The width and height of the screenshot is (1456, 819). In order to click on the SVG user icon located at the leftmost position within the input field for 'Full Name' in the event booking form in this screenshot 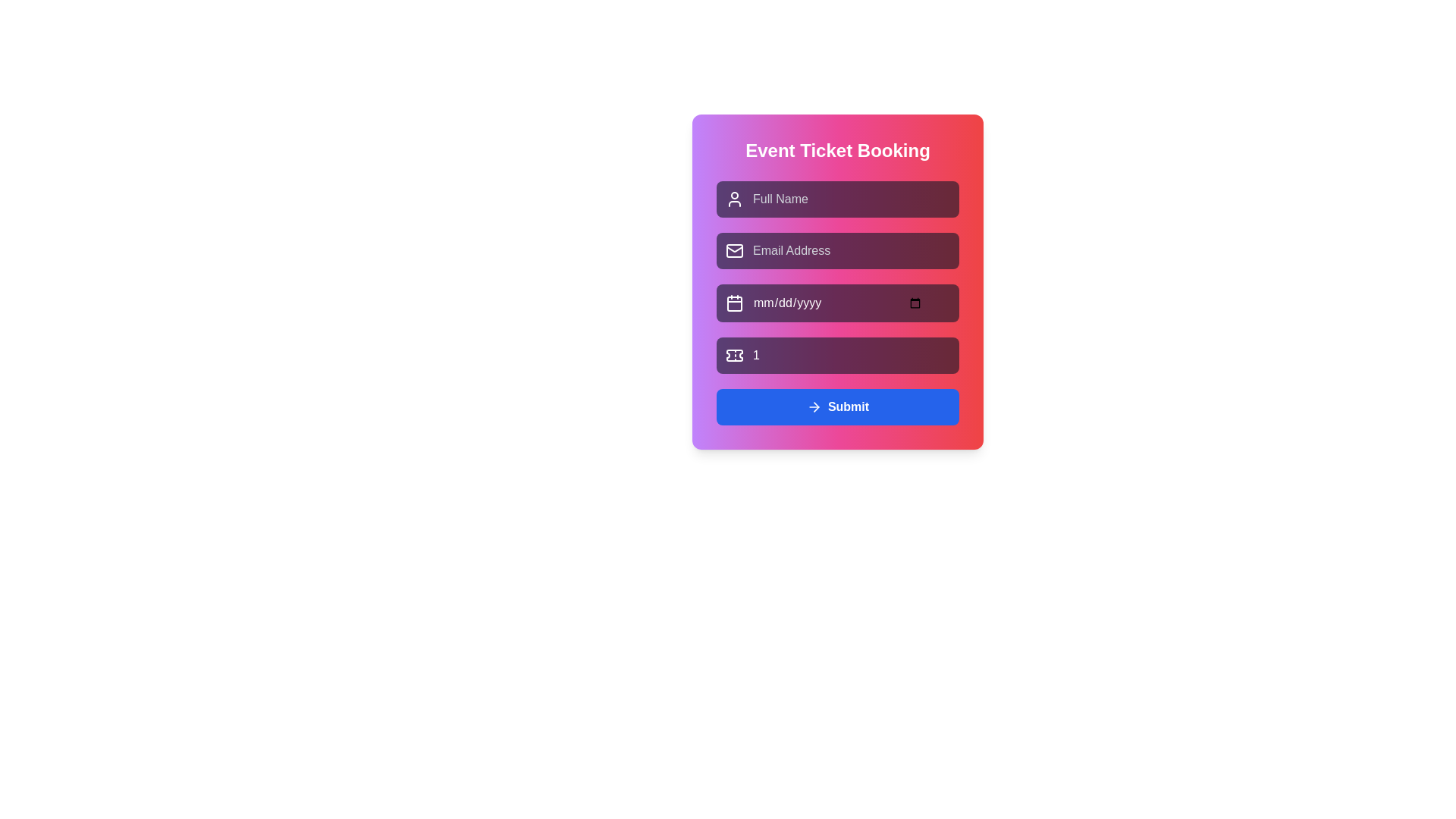, I will do `click(735, 198)`.